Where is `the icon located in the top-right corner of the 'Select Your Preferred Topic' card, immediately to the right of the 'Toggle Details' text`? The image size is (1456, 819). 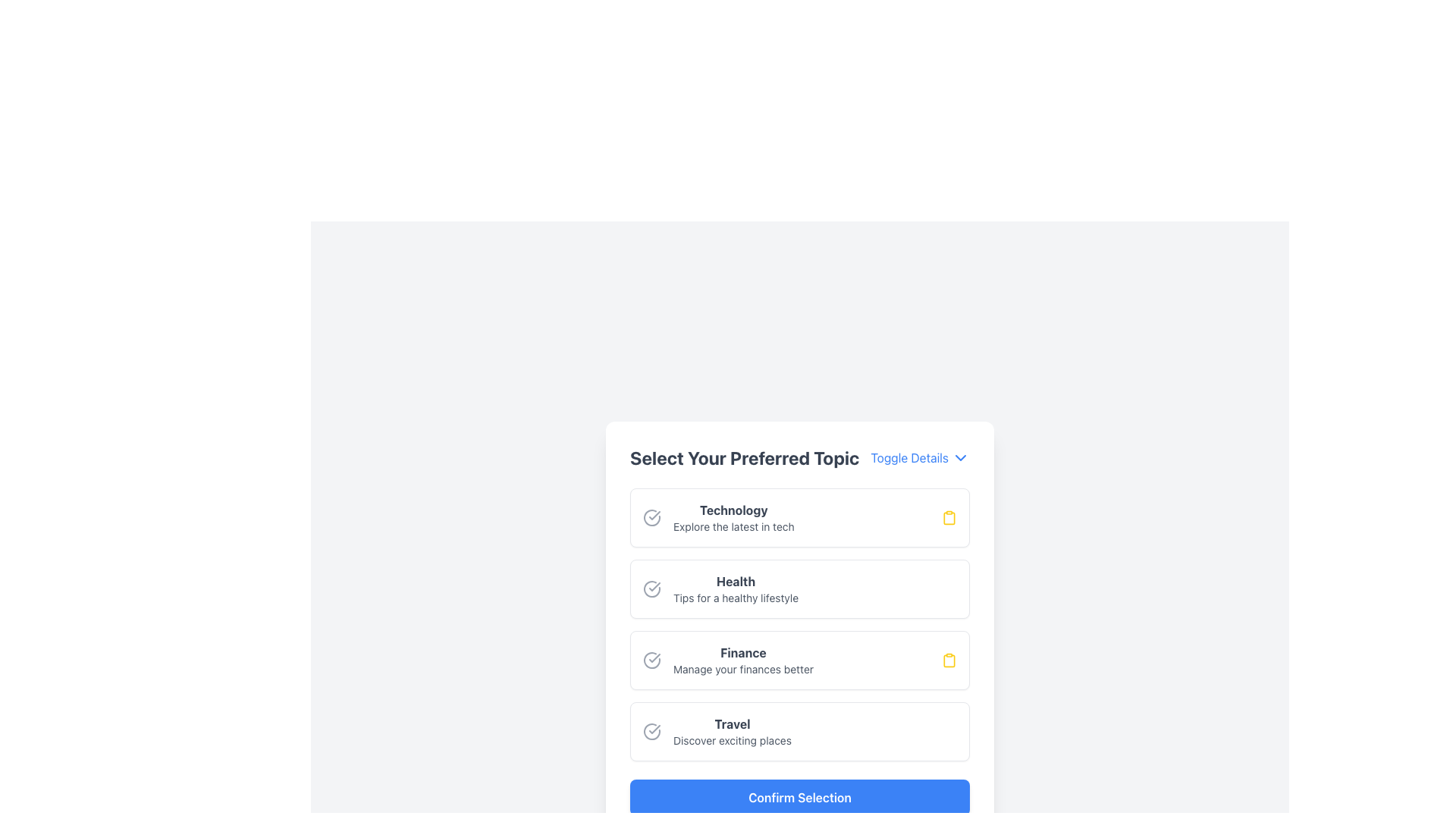
the icon located in the top-right corner of the 'Select Your Preferred Topic' card, immediately to the right of the 'Toggle Details' text is located at coordinates (960, 457).